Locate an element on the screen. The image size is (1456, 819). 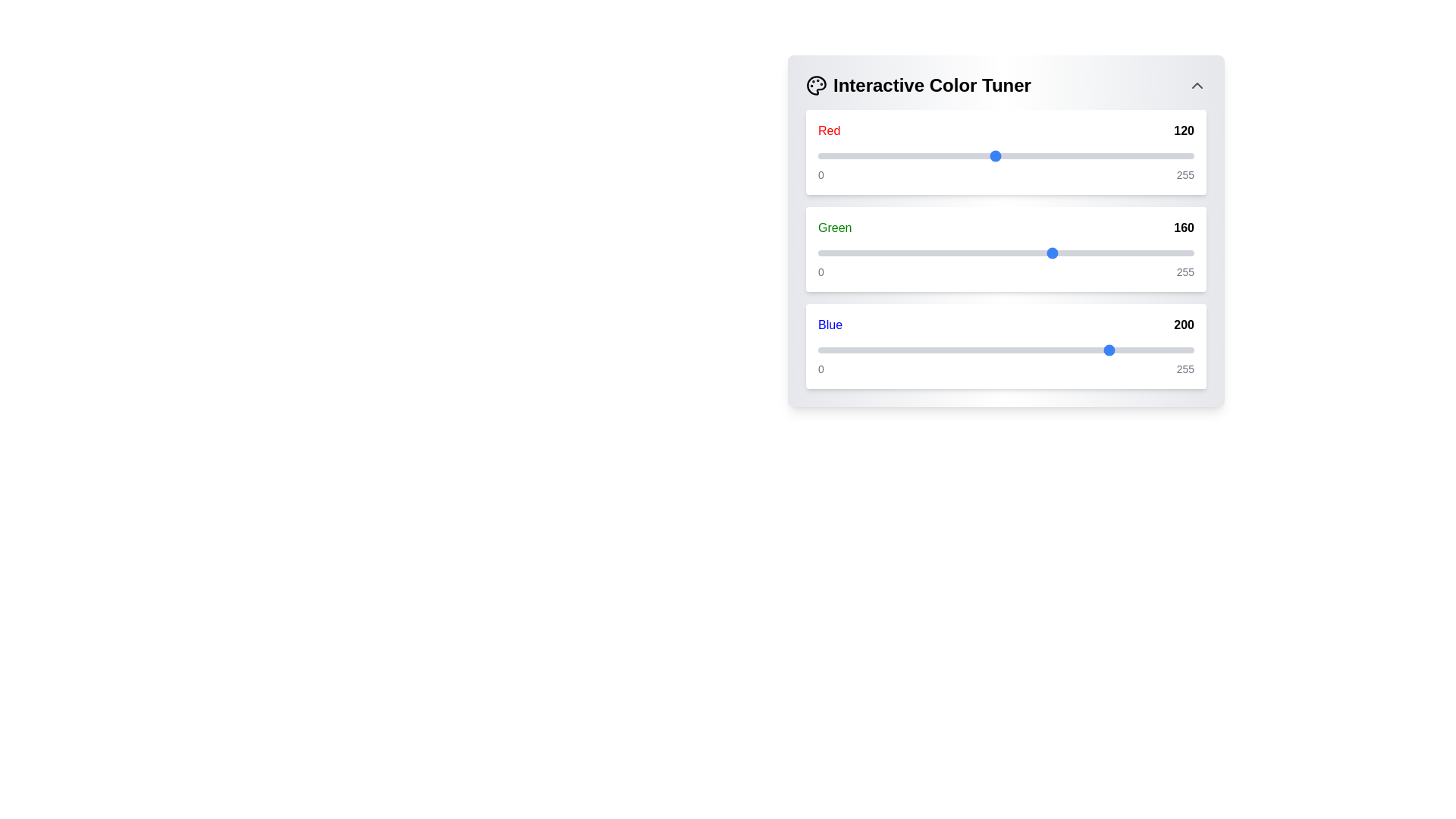
the numeric text label displaying '255' that is located to the right of the horizontal slider in the 'Blue' section of the 'Interactive Color Tuner' panel is located at coordinates (1185, 271).